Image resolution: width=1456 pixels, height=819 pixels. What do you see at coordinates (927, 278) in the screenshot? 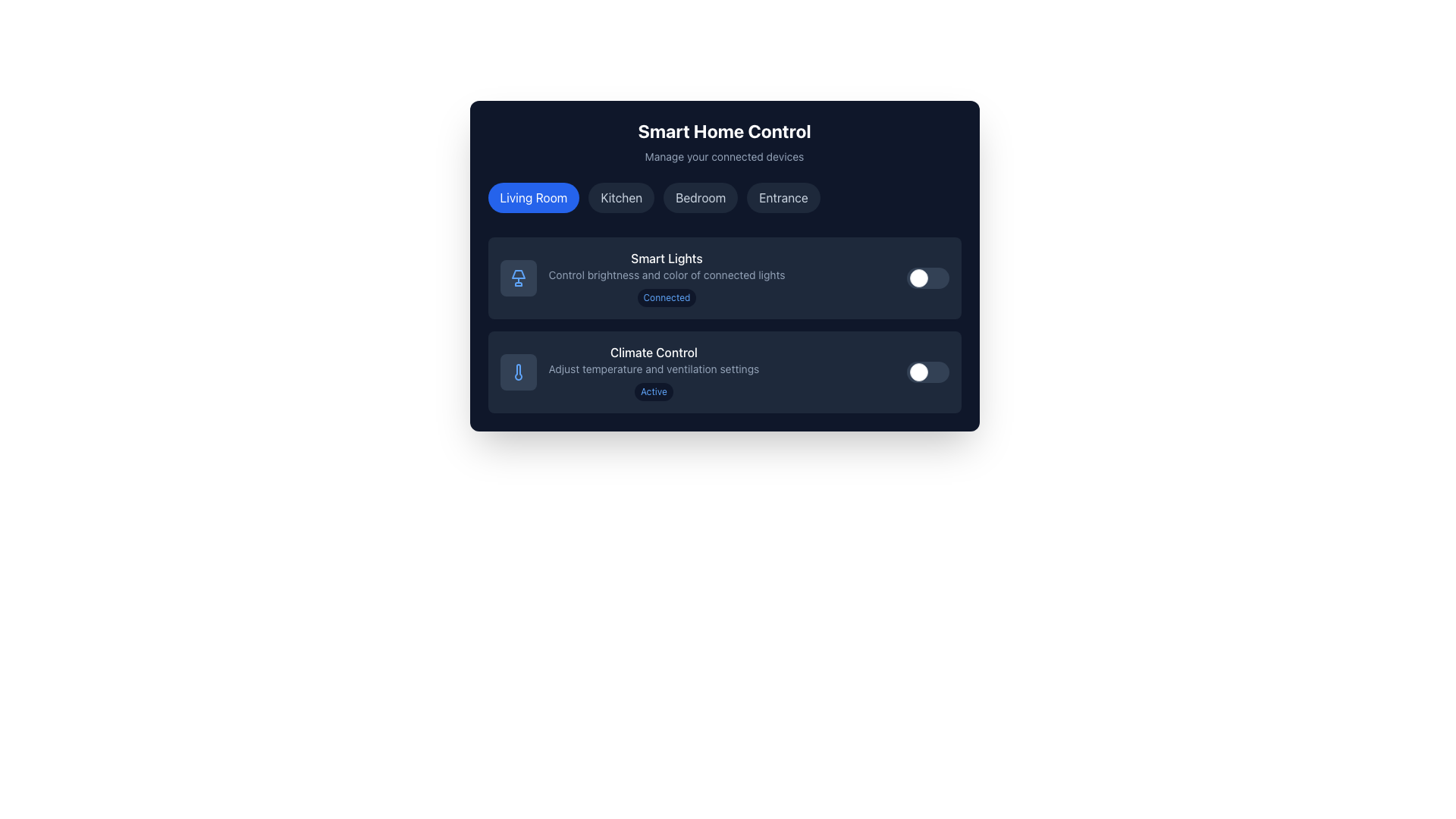
I see `the toggle switch for the 'Smart Lights' control section, which is styled with a dark theme and has a dark blue background with a white circular handle in the off state` at bounding box center [927, 278].